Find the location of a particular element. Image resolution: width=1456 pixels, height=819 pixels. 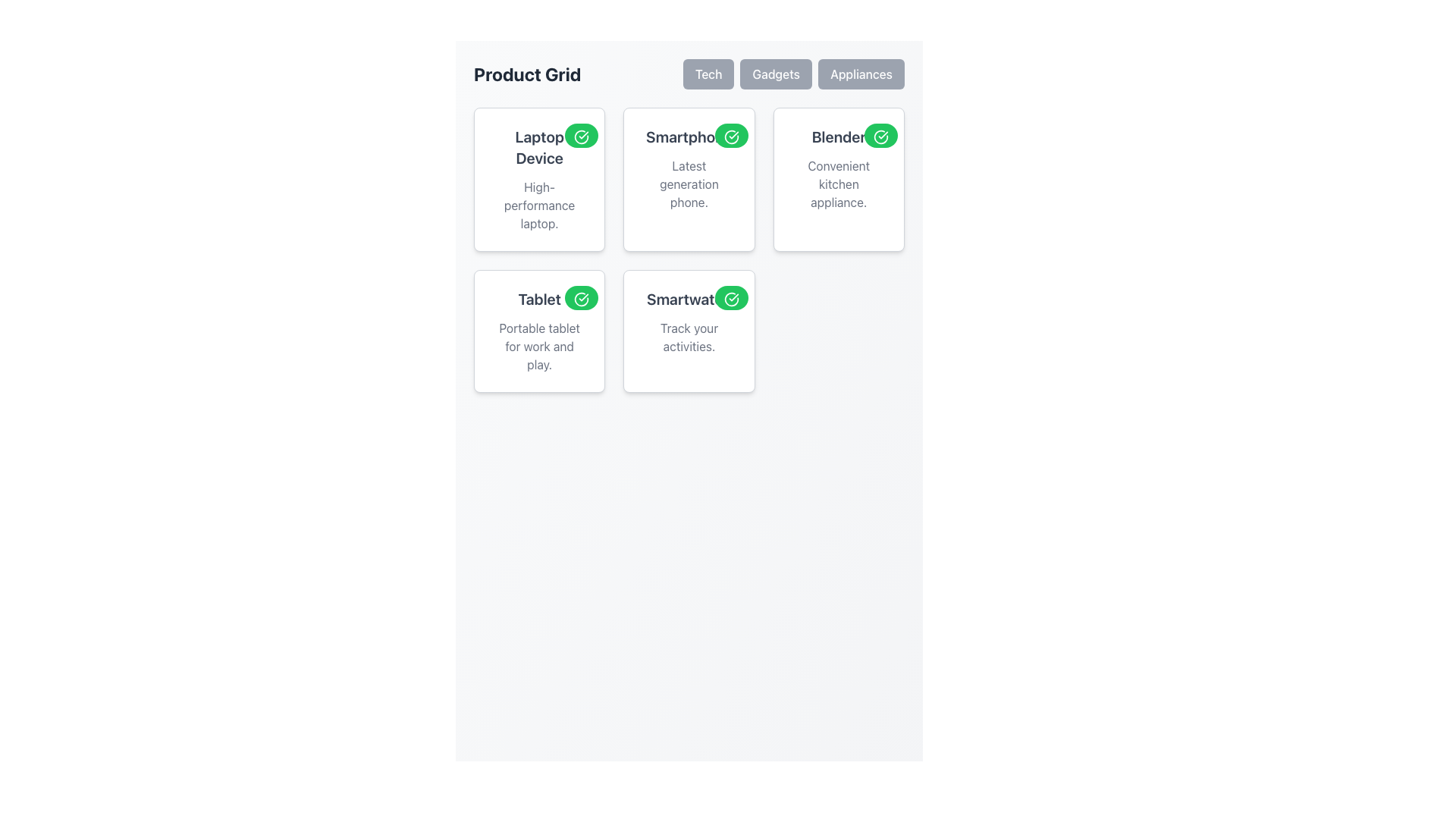

the circular green status indicator with a white checkmark located in the top-right corner of the 'Tablet' card is located at coordinates (581, 298).